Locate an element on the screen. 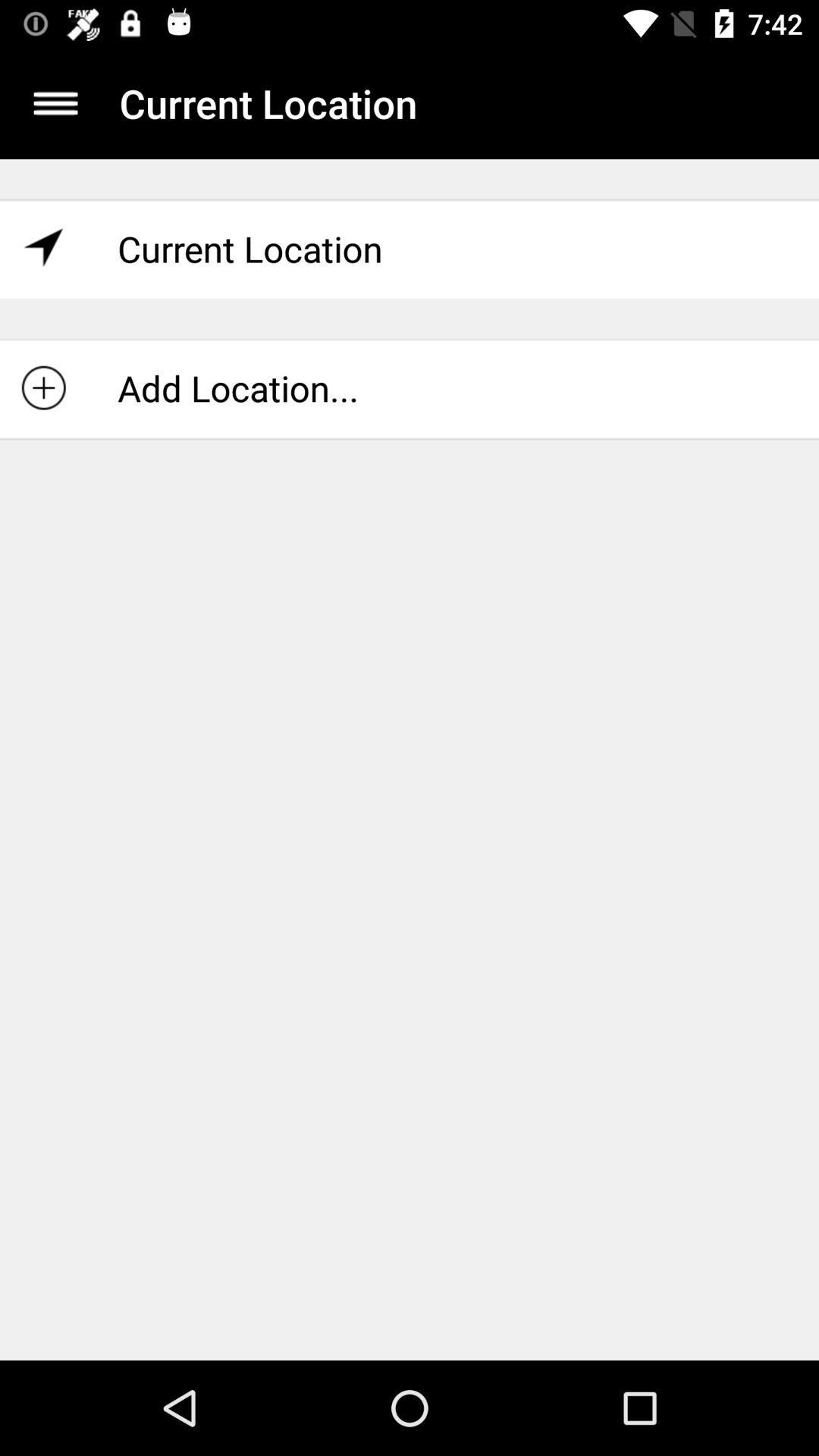 This screenshot has width=819, height=1456. the add location... icon is located at coordinates (409, 388).